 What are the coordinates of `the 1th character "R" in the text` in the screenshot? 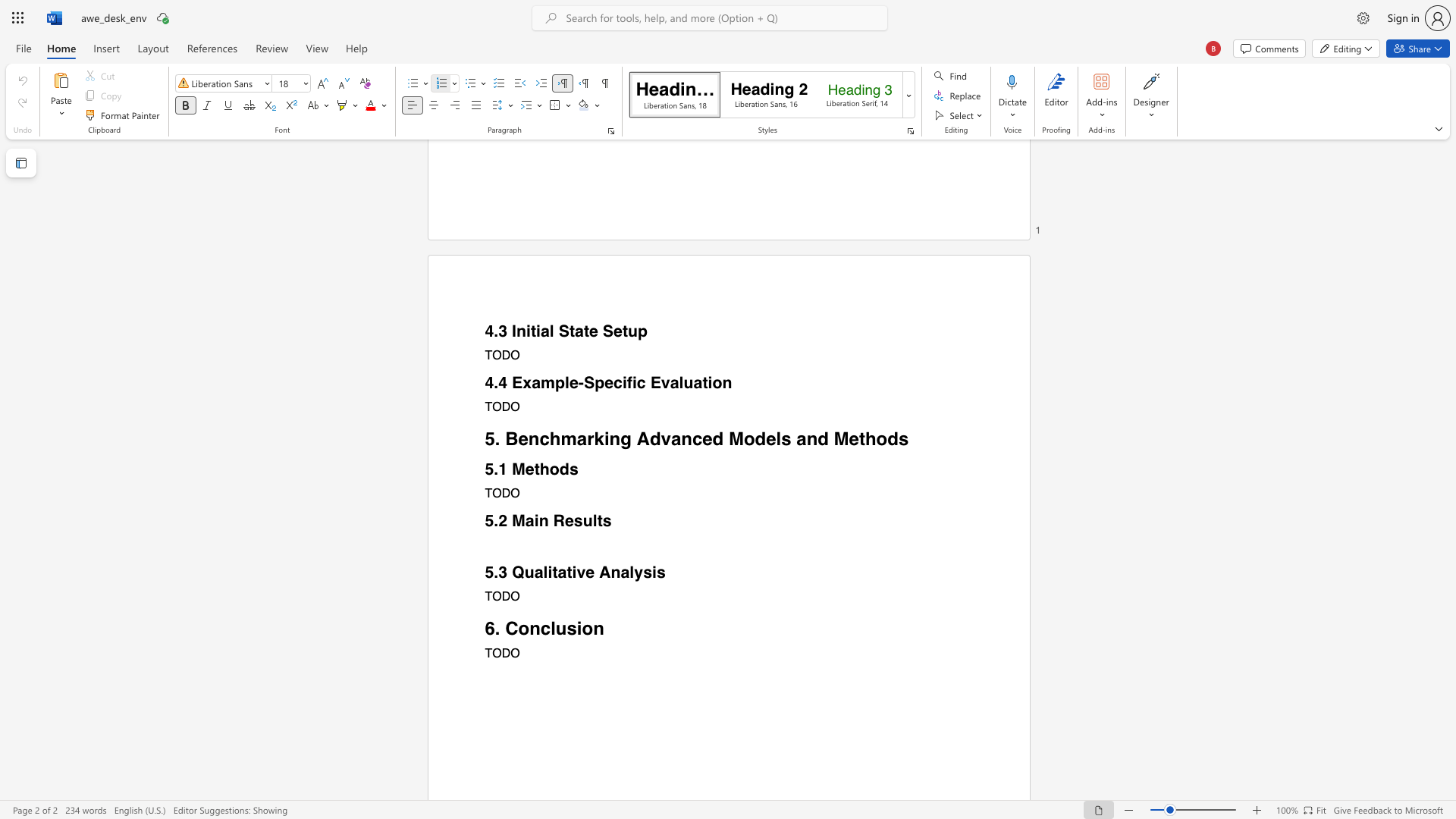 It's located at (558, 520).